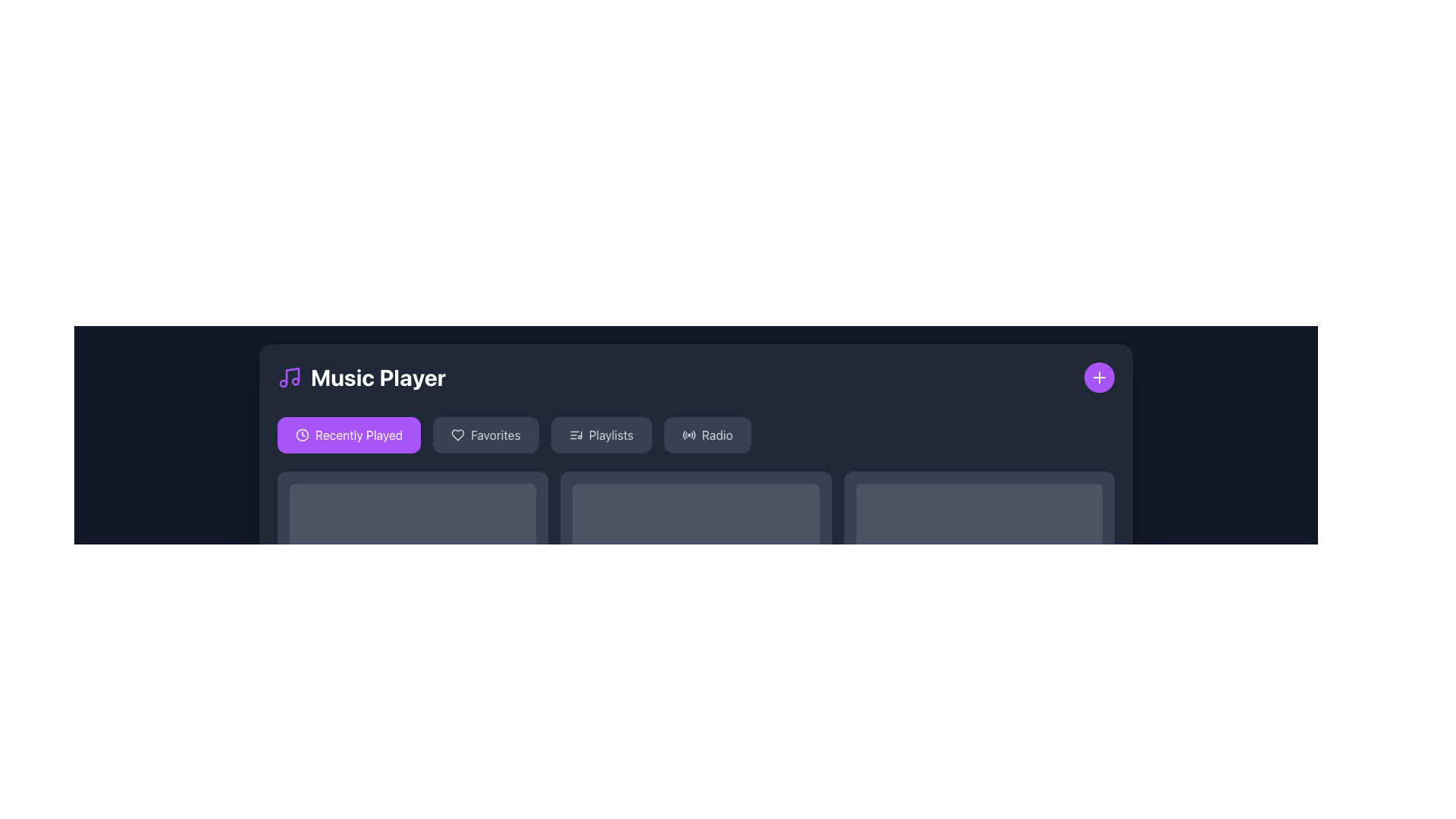 Image resolution: width=1456 pixels, height=819 pixels. Describe the element at coordinates (358, 435) in the screenshot. I see `the 'Recently Played' text label within its button` at that location.